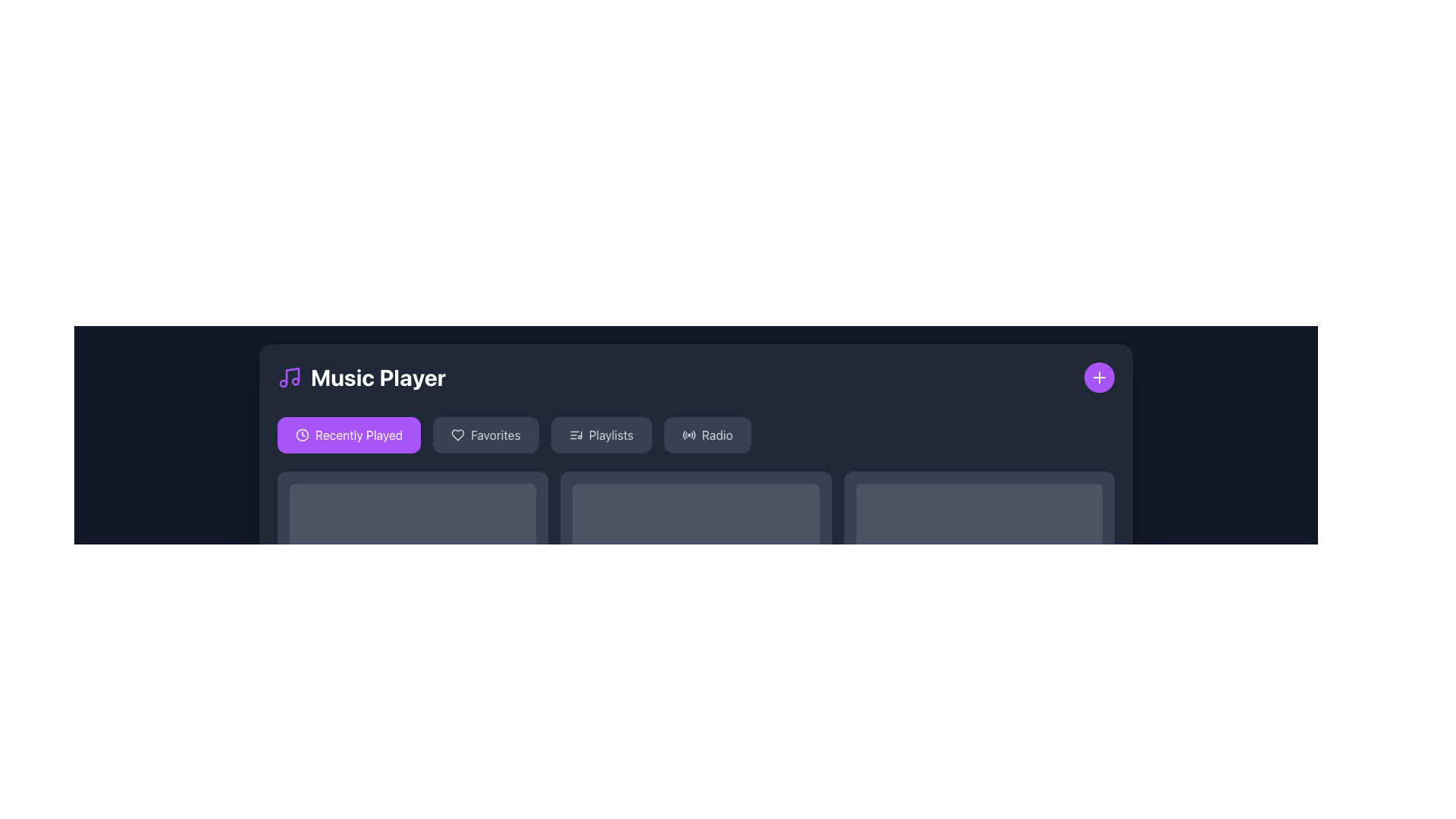 Image resolution: width=1456 pixels, height=819 pixels. Describe the element at coordinates (358, 435) in the screenshot. I see `the 'Recently Played' text label within its button` at that location.